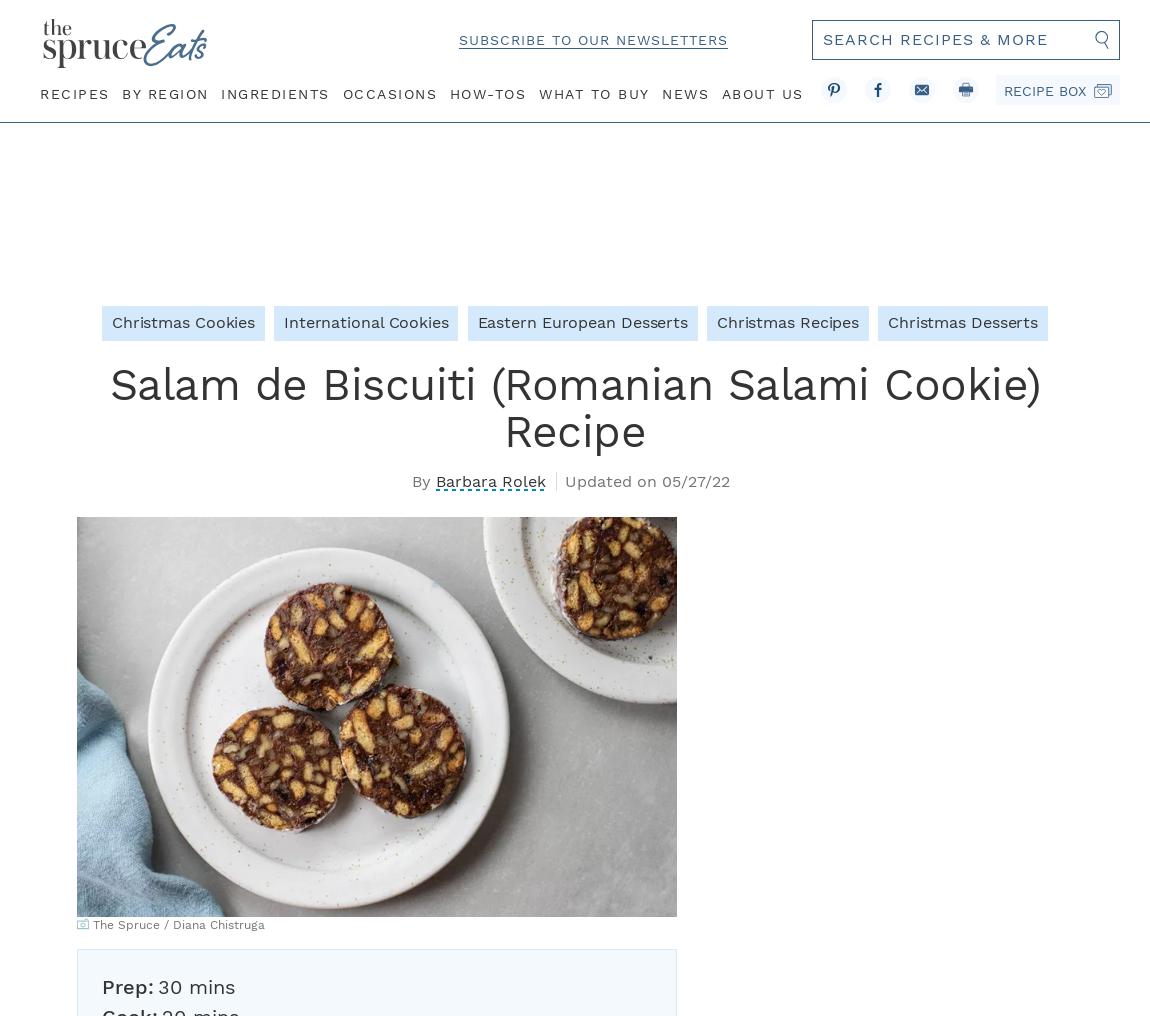 The height and width of the screenshot is (1016, 1150). Describe the element at coordinates (645, 480) in the screenshot. I see `'Updated on 05/27/22'` at that location.